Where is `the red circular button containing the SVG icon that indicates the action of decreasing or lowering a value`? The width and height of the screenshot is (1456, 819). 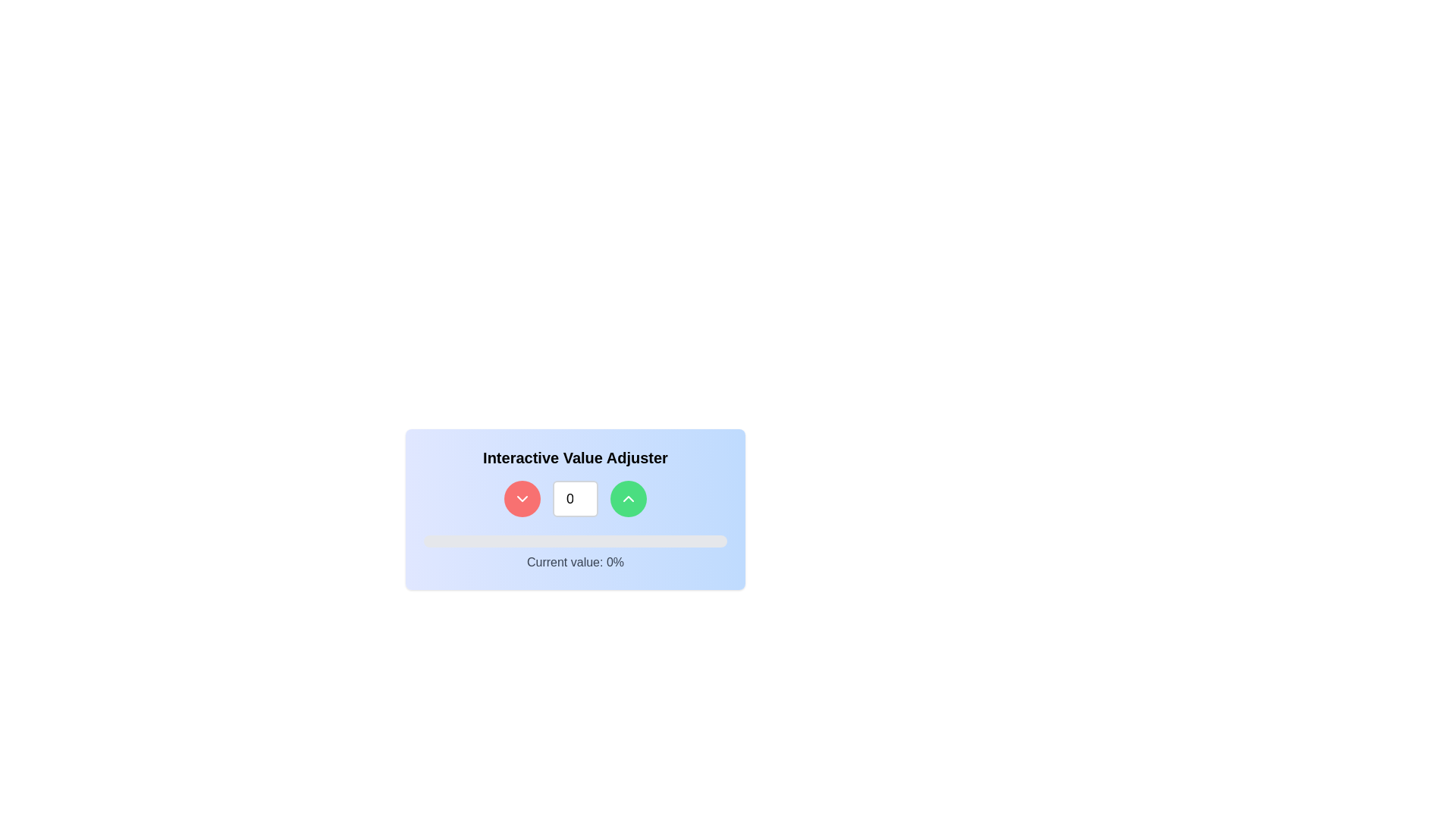 the red circular button containing the SVG icon that indicates the action of decreasing or lowering a value is located at coordinates (522, 499).